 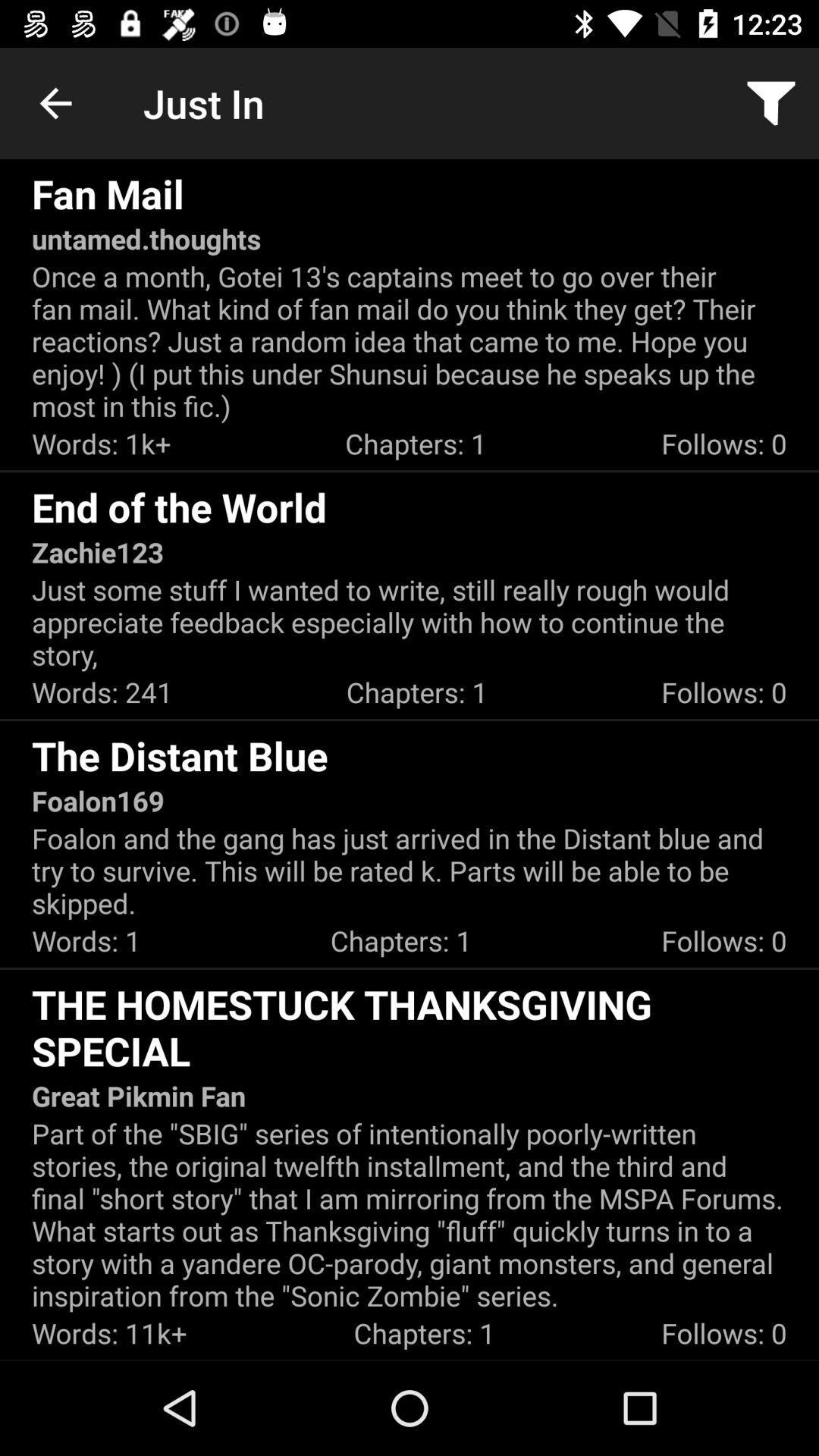 I want to click on item above once a month icon, so click(x=771, y=102).